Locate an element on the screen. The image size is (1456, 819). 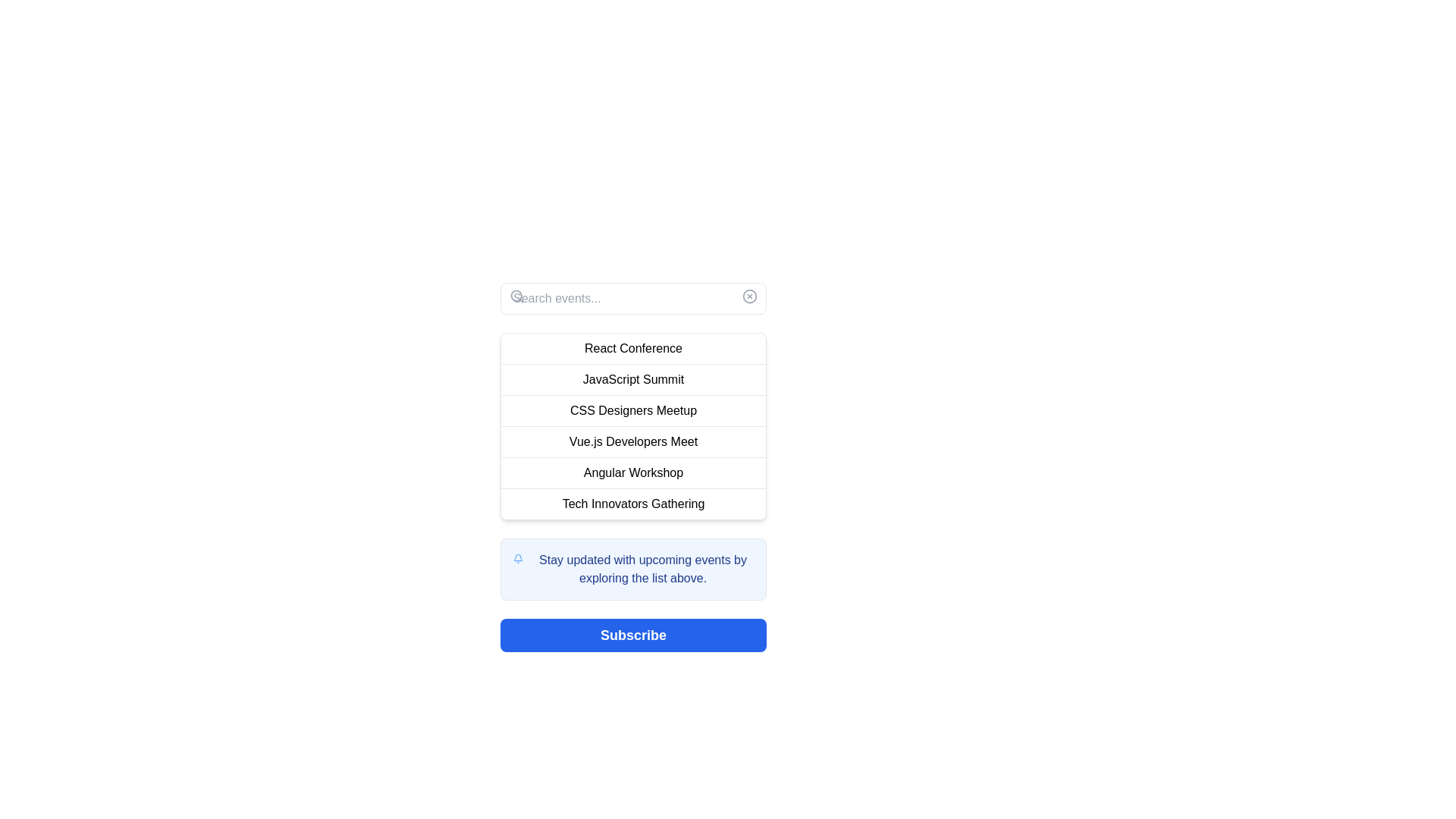
the magnifying glass icon that symbolizes search functionality, located to the left inside the search input field at the top of the interface is located at coordinates (516, 296).